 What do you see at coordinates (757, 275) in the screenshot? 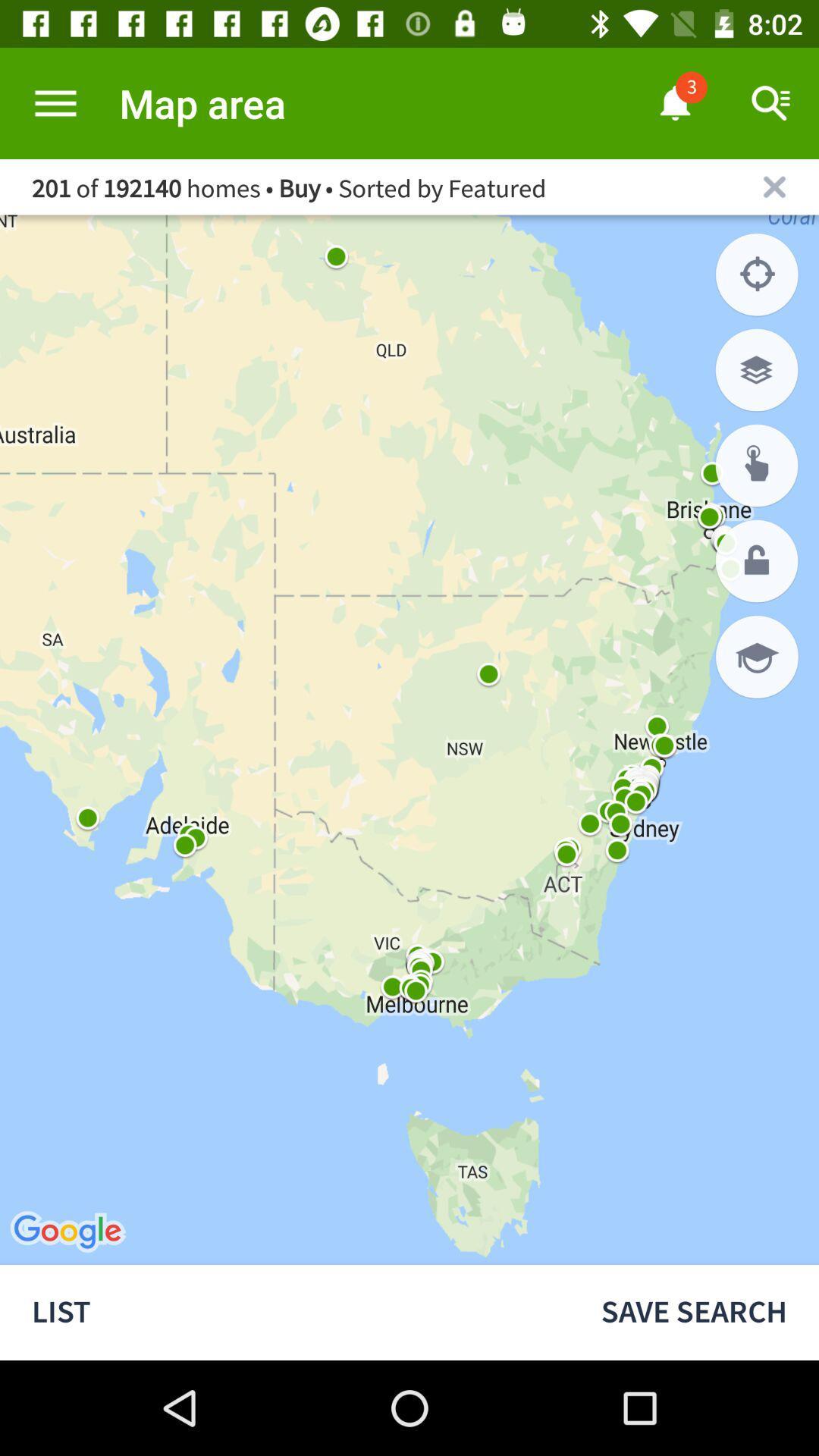
I see `pinpoint user location` at bounding box center [757, 275].